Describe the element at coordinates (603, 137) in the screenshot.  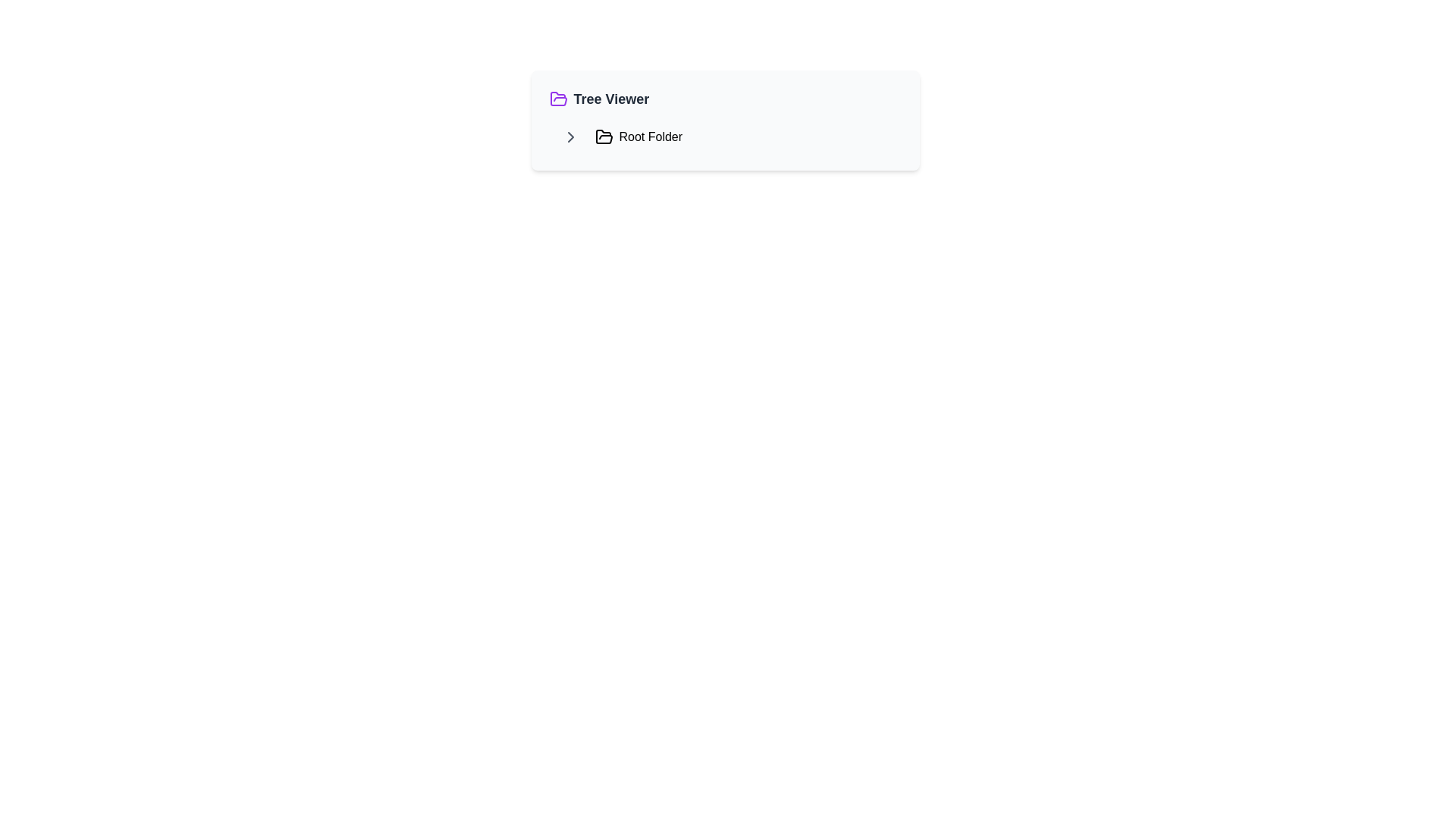
I see `the open folder icon that is positioned to the left of the 'Root Folder' text in the 'Tree Viewer' interface` at that location.